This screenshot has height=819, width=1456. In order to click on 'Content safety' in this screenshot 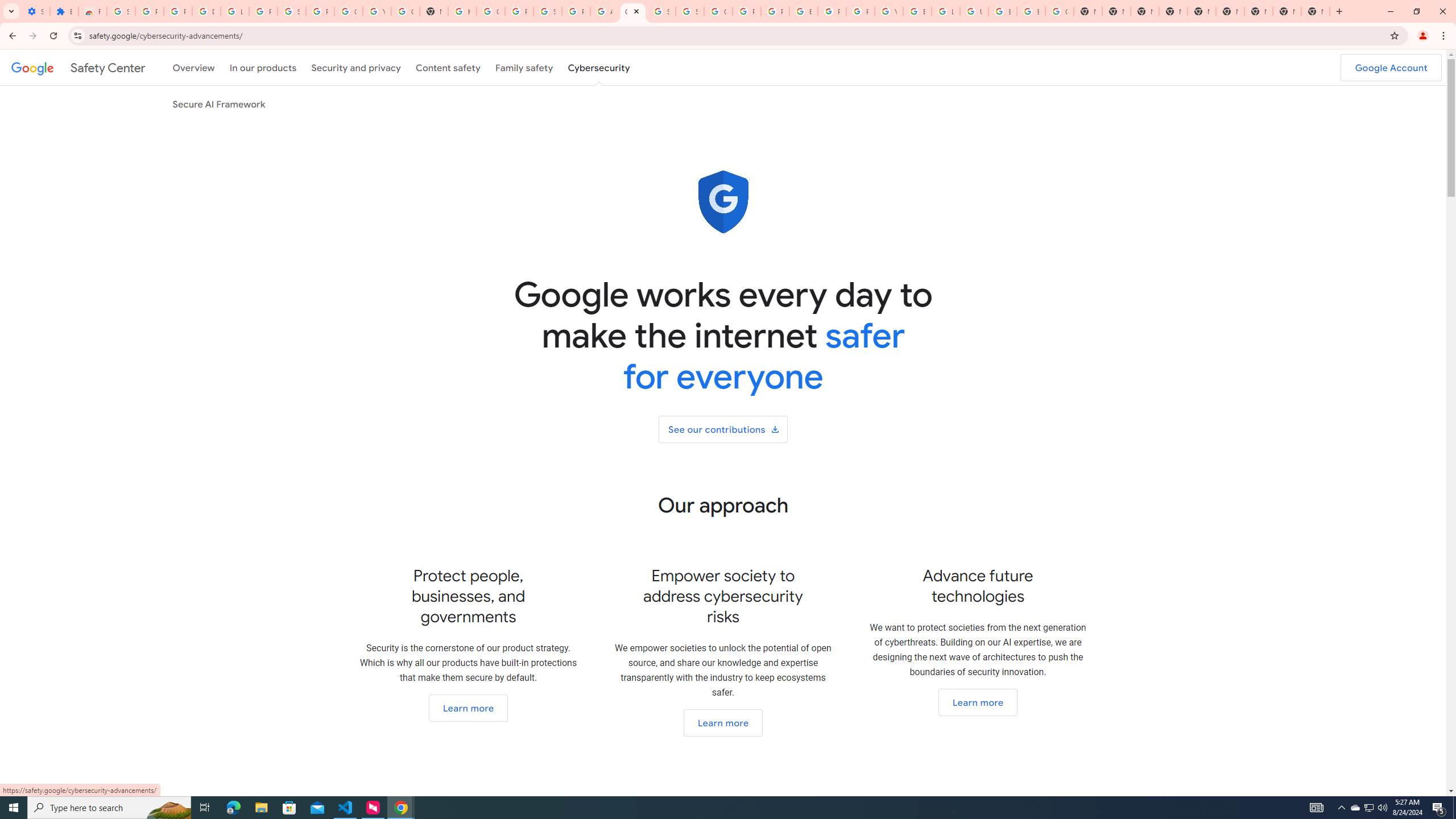, I will do `click(447, 67)`.